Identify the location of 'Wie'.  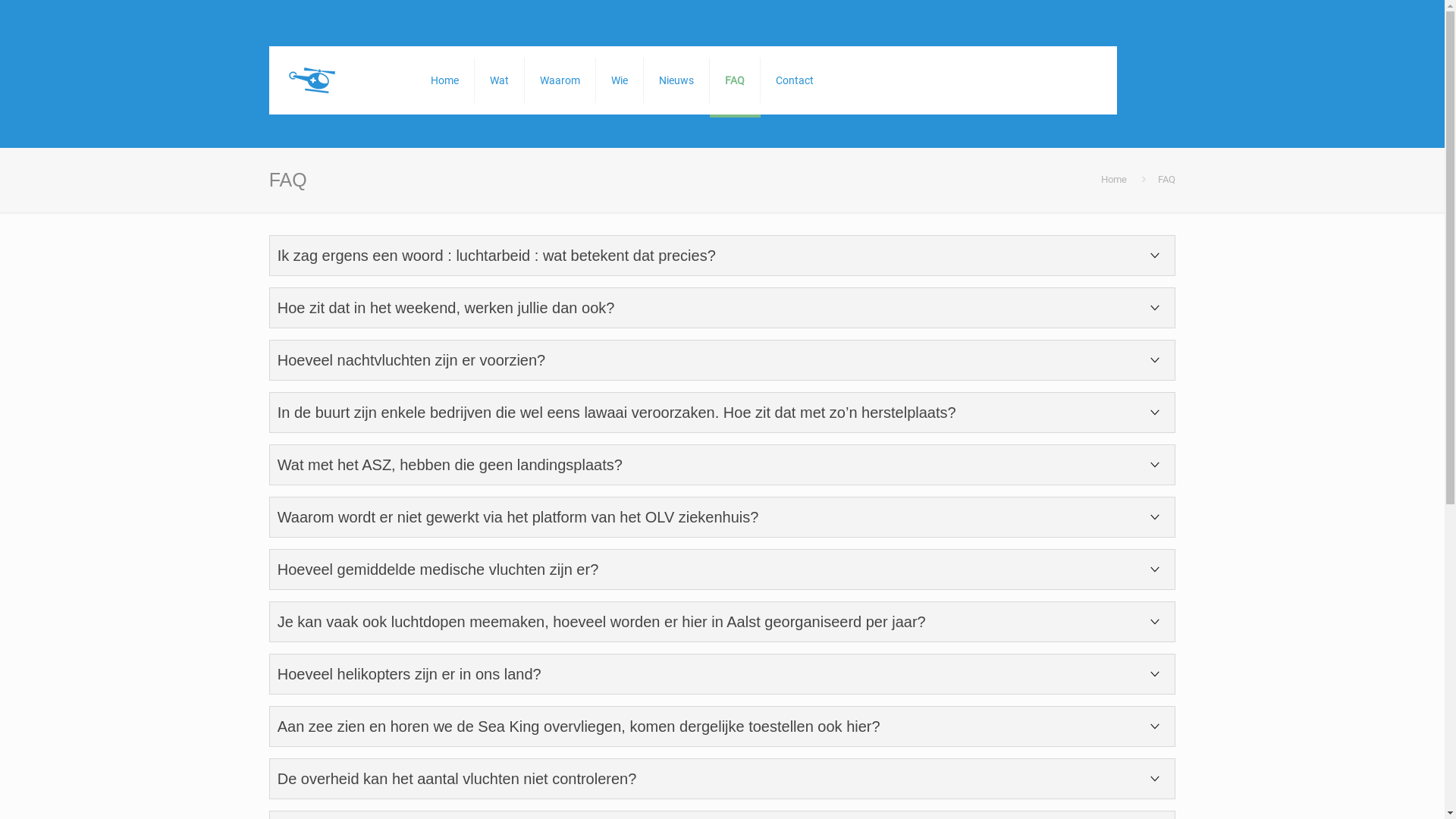
(595, 80).